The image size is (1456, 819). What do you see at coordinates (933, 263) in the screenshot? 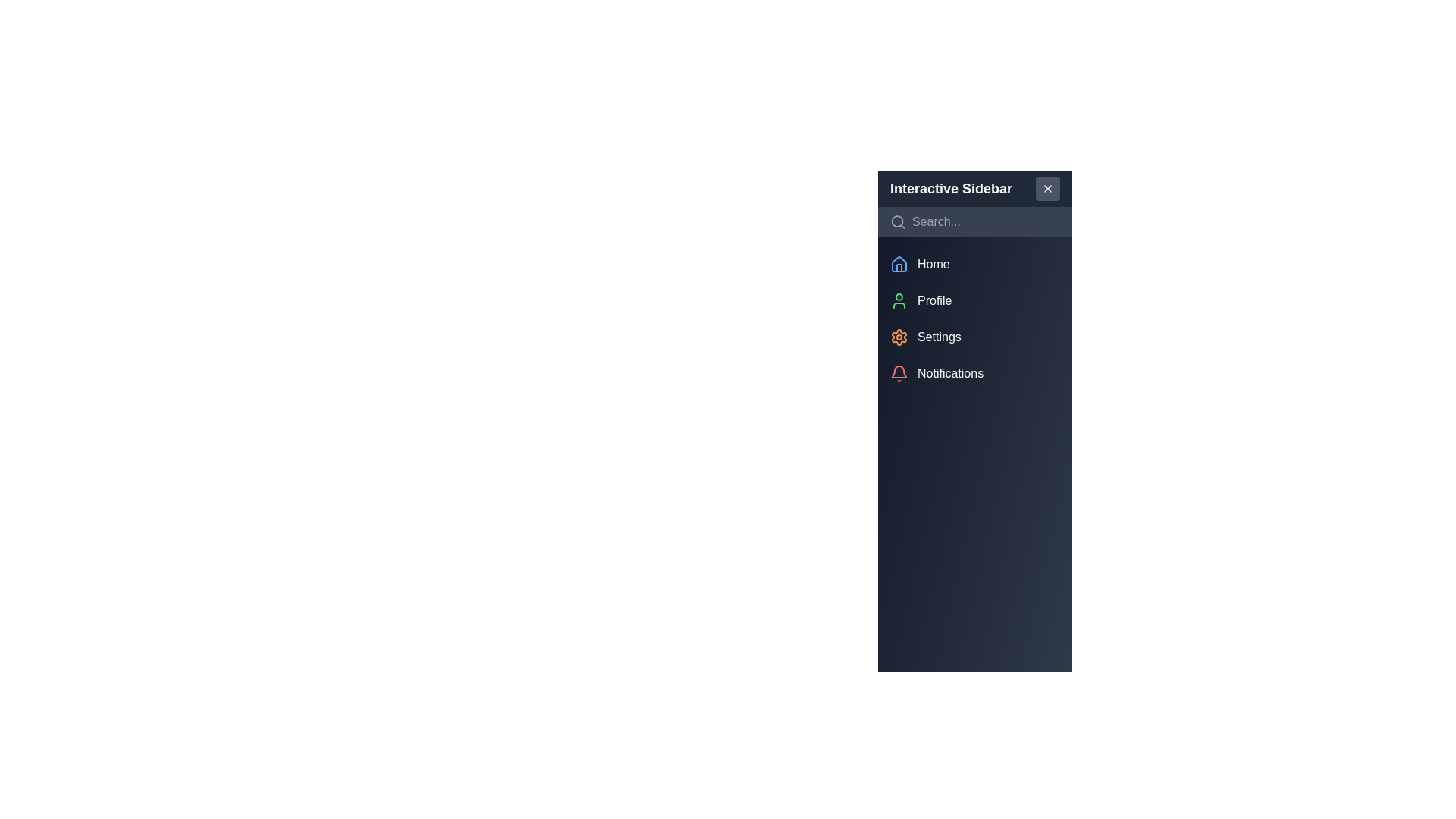
I see `the text label that identifies the navigation link to the 'Home' section of the application, which is located in the top section of the sidebar interface` at bounding box center [933, 263].